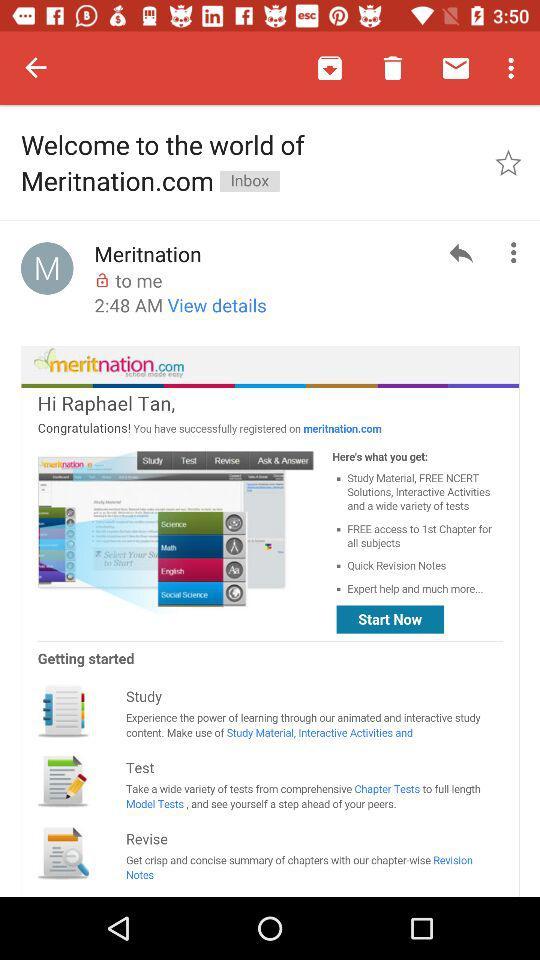  I want to click on the delete icon left to message icon shown on the top of the page, so click(393, 68).